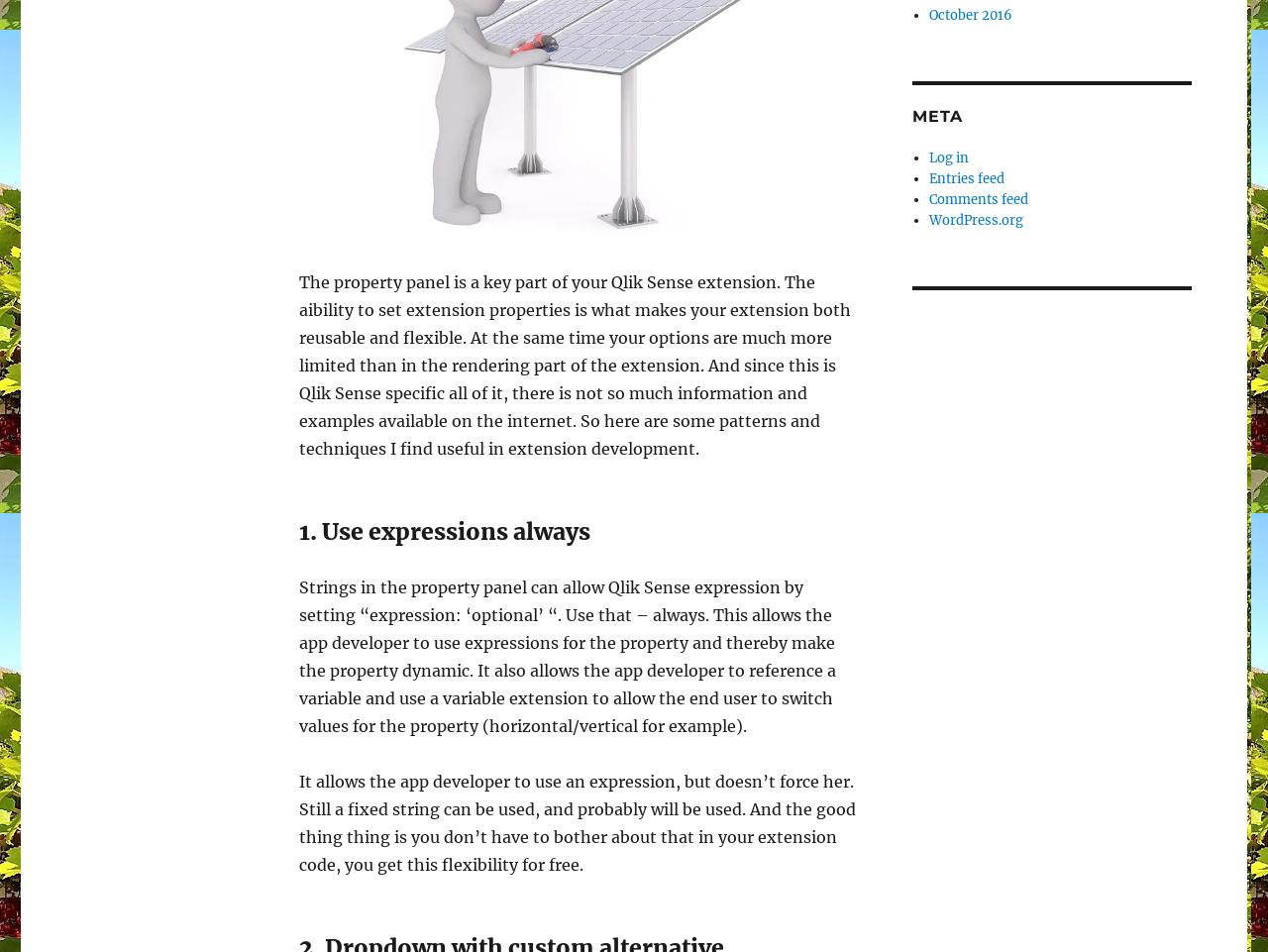 Image resolution: width=1268 pixels, height=952 pixels. What do you see at coordinates (567, 655) in the screenshot?
I see `'Strings in the property panel can allow Qlik Sense expression by setting “expression: ‘optional’ “. Use that – always. This allows the app developer to use expressions for the property and thereby make the property dynamic. It also allows the app developer to reference a variable and use a variable extension to allow the end user to switch values for the property (horizontal/vertical for example).'` at bounding box center [567, 655].